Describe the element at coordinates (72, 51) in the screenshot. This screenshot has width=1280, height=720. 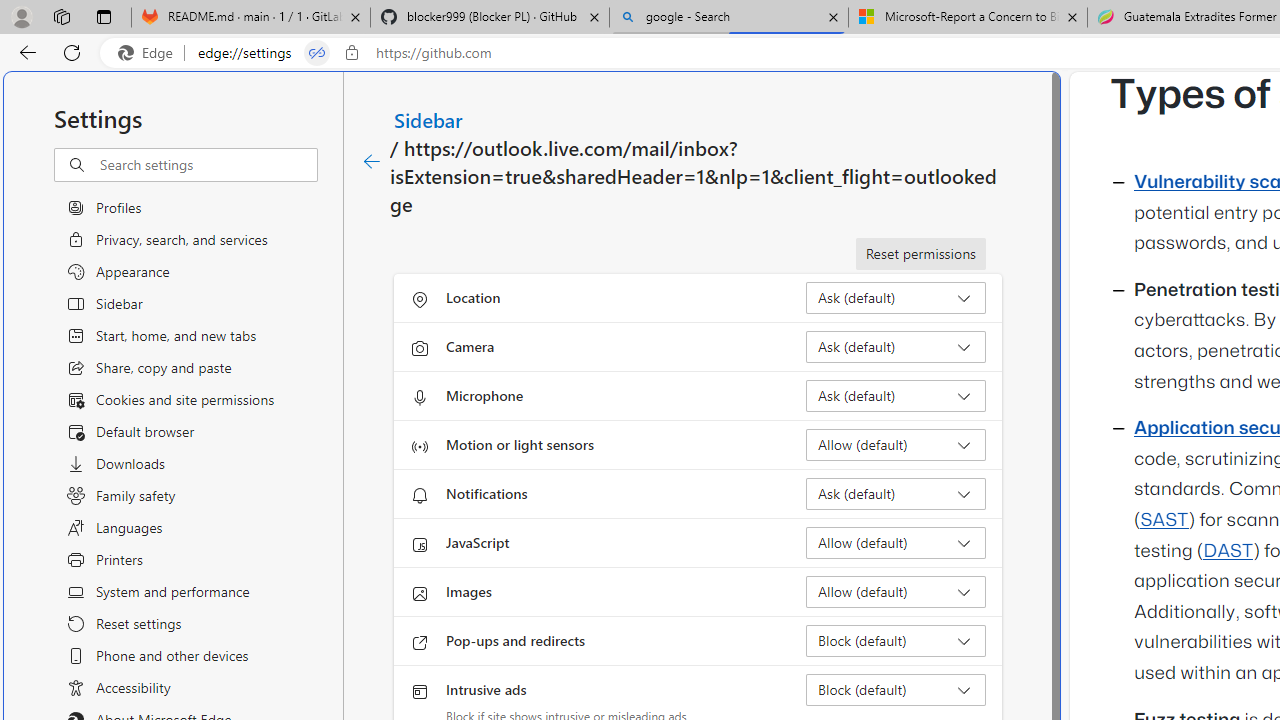
I see `'Refresh'` at that location.